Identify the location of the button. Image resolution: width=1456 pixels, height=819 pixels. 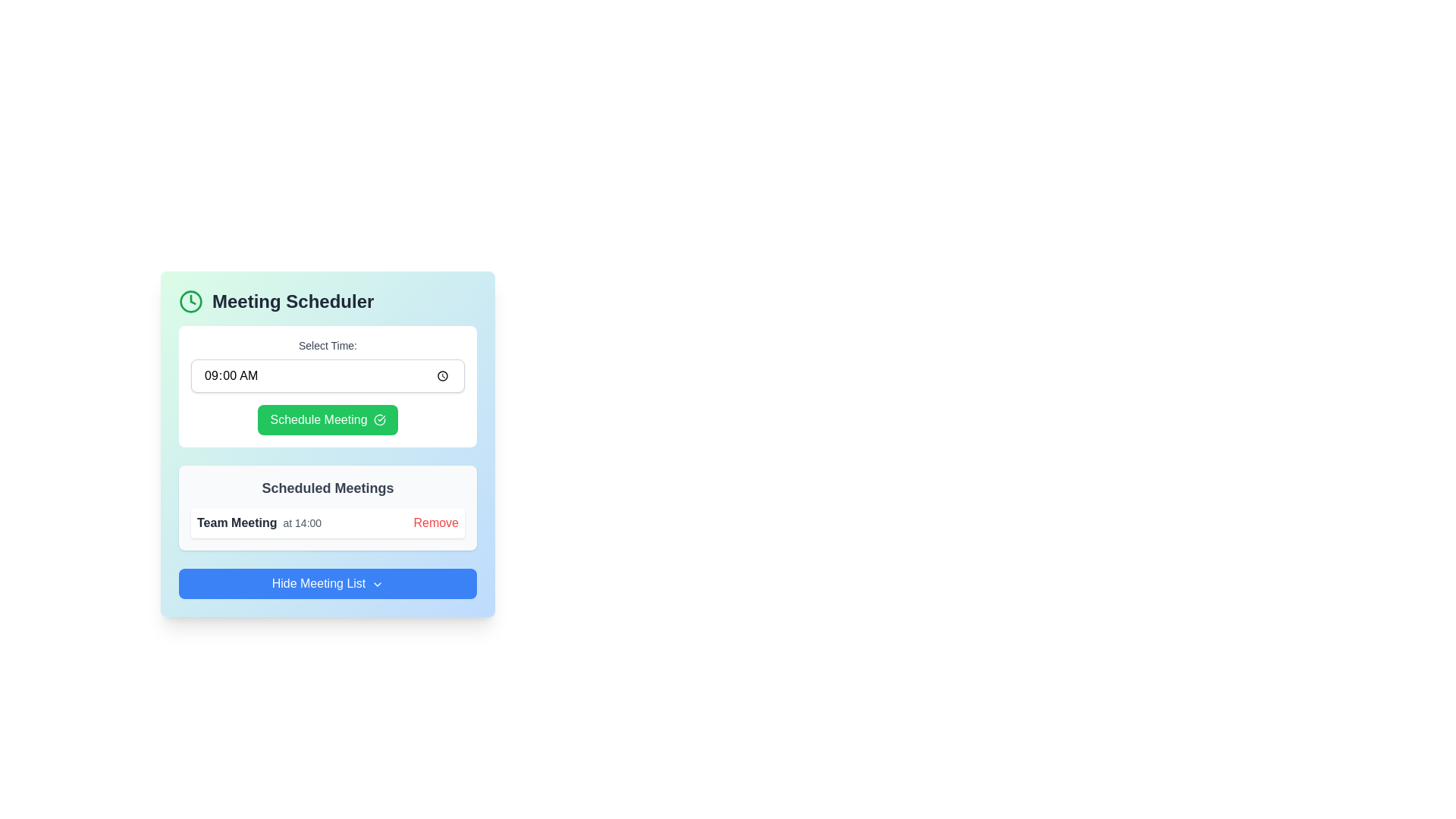
(435, 522).